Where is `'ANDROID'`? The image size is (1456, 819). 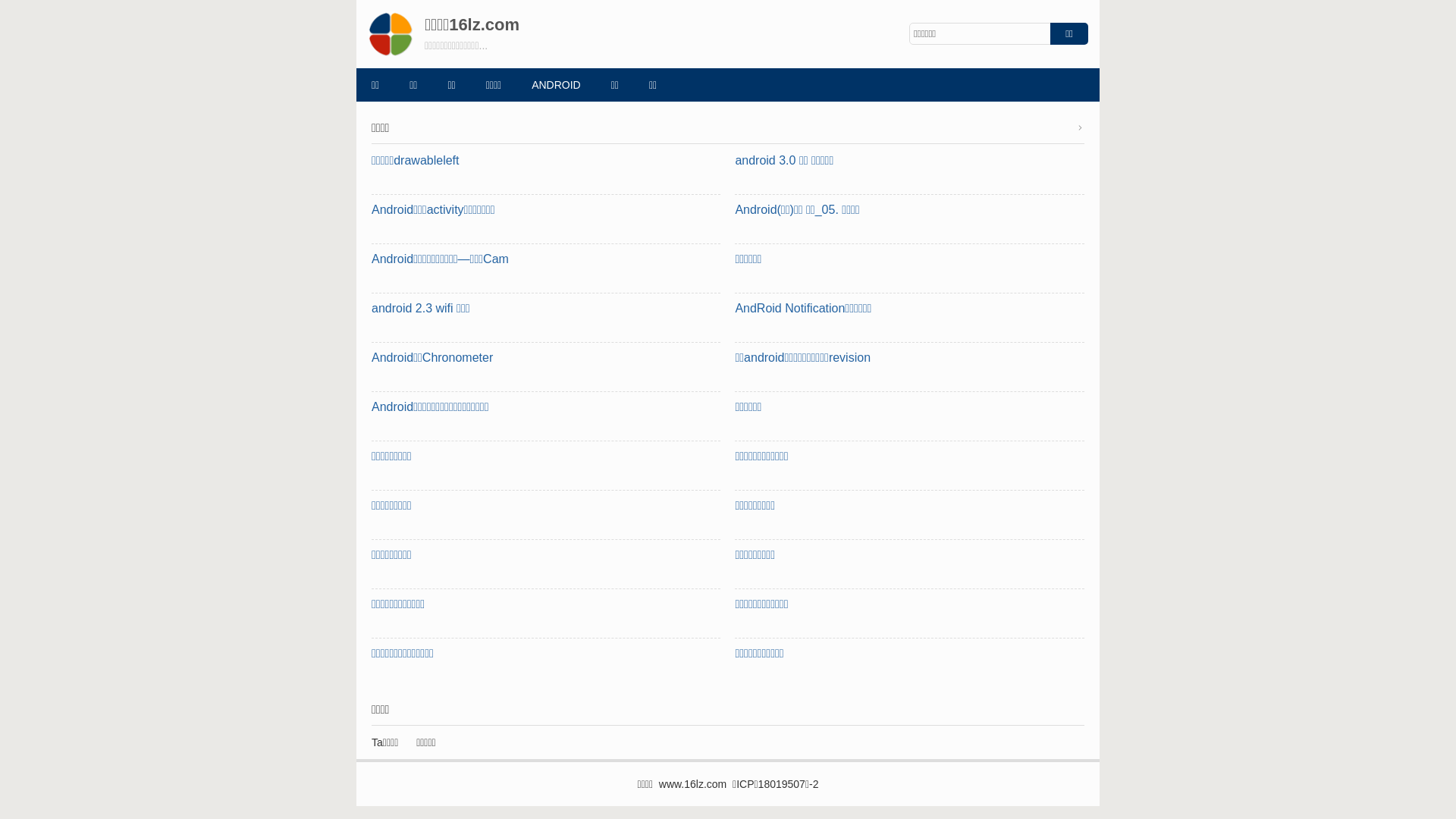 'ANDROID' is located at coordinates (555, 84).